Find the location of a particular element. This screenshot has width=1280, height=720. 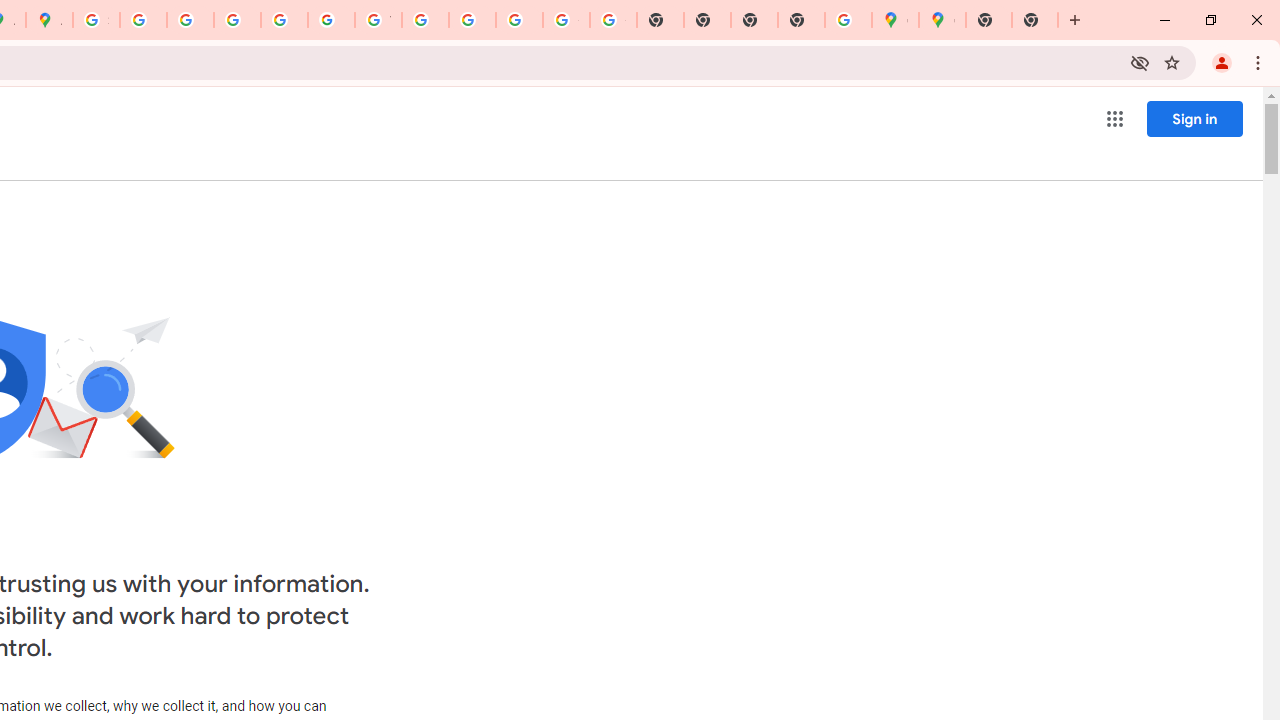

'YouTube' is located at coordinates (378, 20).